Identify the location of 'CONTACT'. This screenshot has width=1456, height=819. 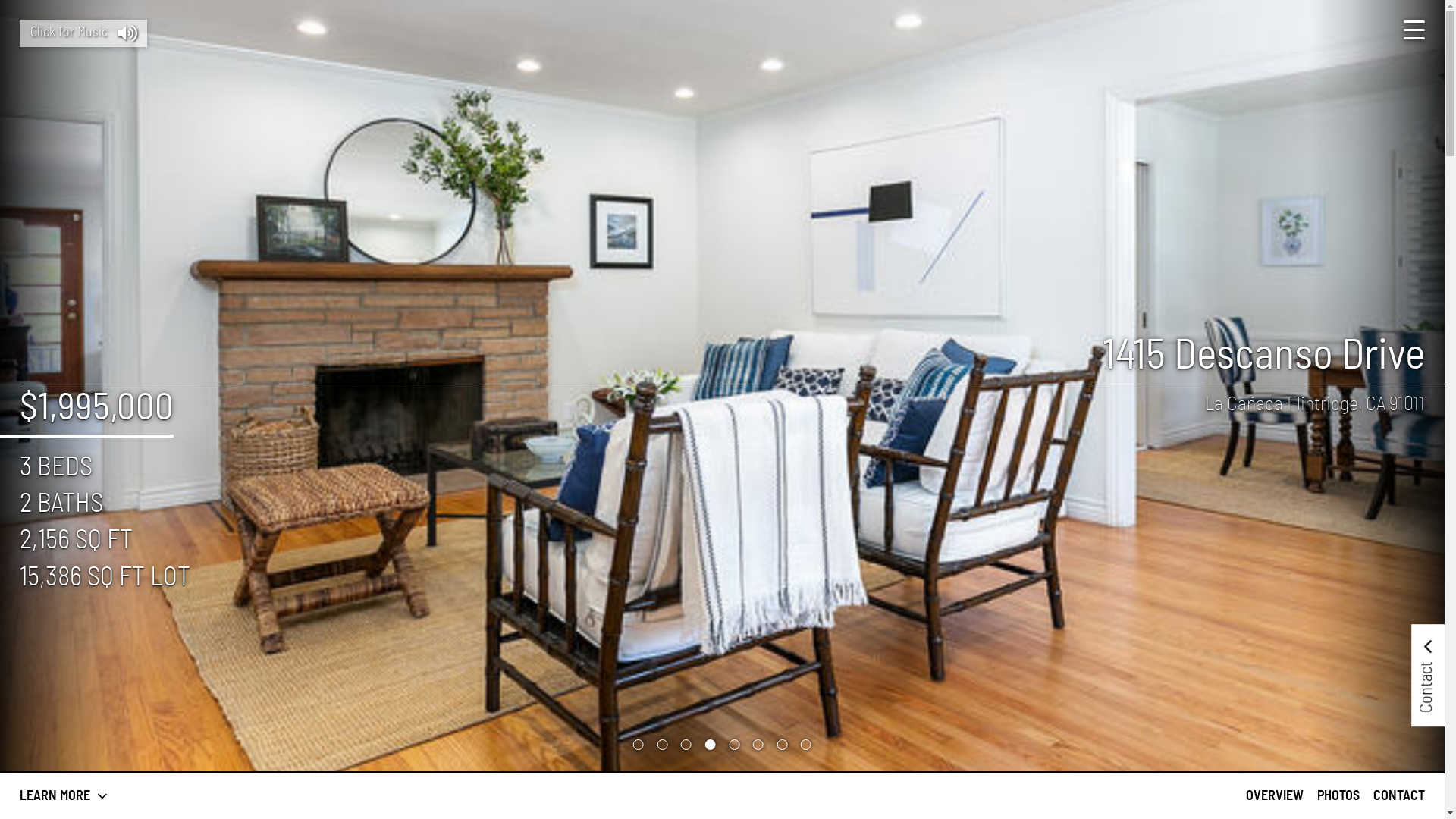
(1398, 795).